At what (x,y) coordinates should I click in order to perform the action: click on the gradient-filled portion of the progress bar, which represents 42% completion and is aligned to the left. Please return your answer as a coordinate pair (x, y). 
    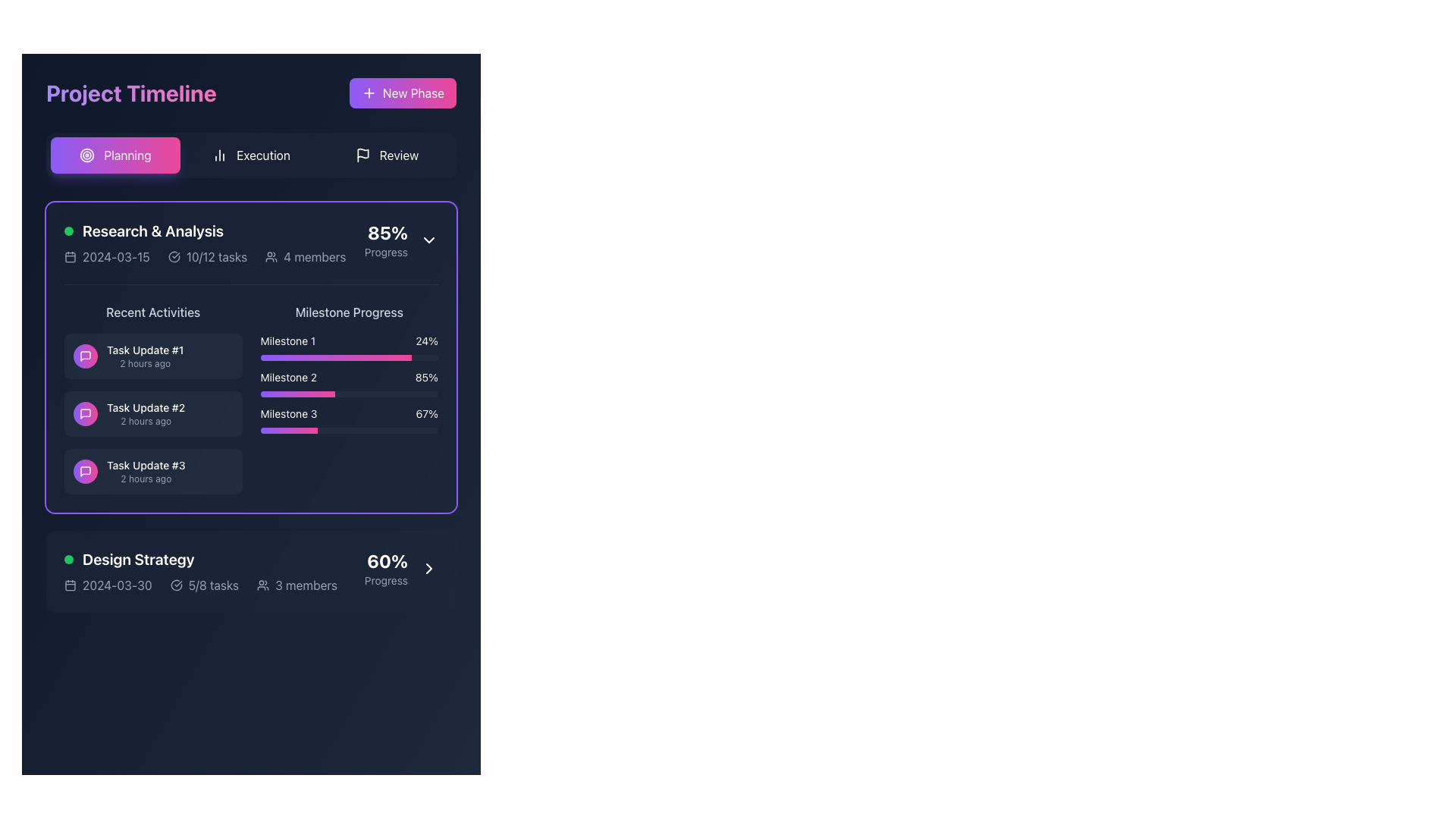
    Looking at the image, I should click on (297, 394).